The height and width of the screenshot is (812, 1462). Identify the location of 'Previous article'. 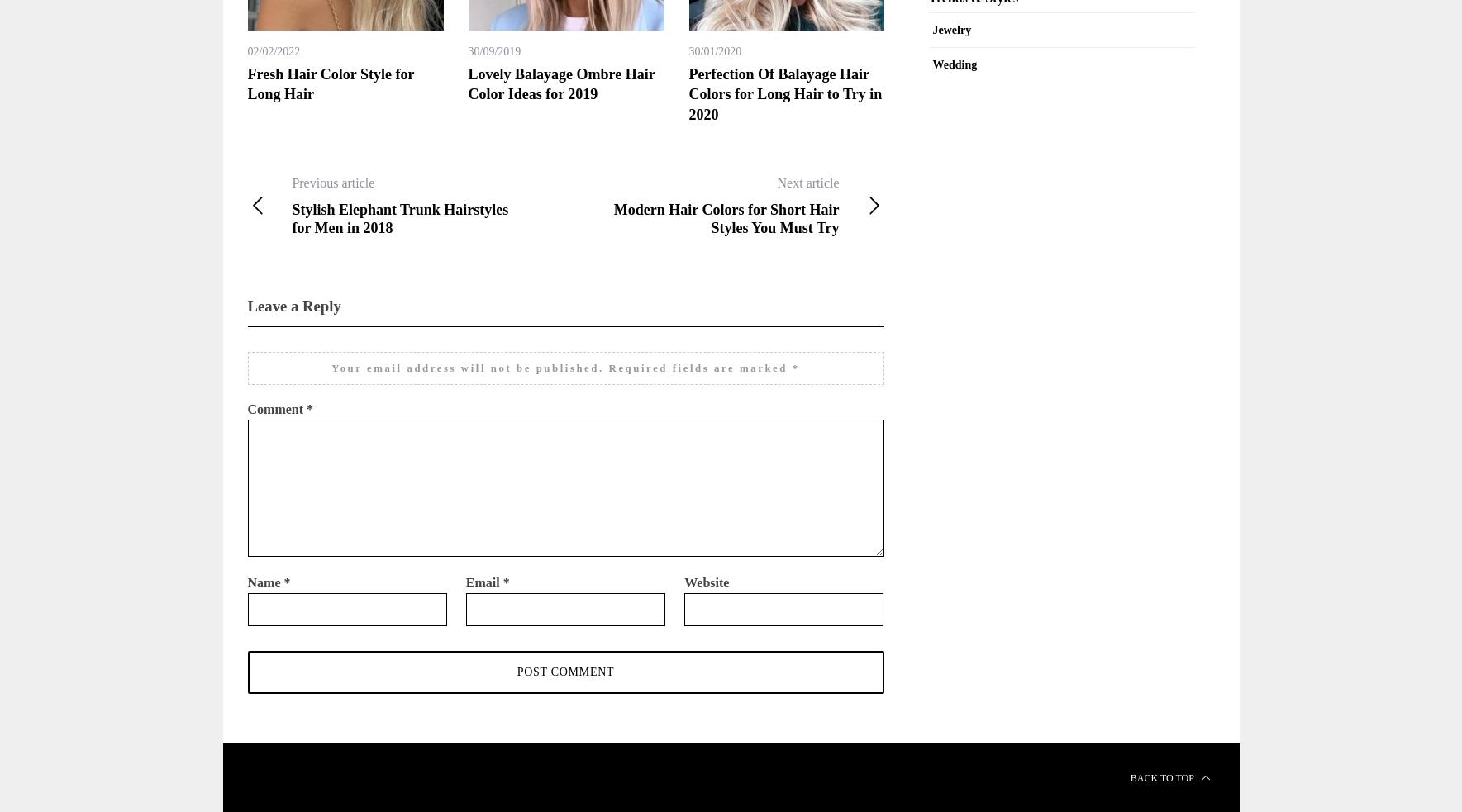
(291, 182).